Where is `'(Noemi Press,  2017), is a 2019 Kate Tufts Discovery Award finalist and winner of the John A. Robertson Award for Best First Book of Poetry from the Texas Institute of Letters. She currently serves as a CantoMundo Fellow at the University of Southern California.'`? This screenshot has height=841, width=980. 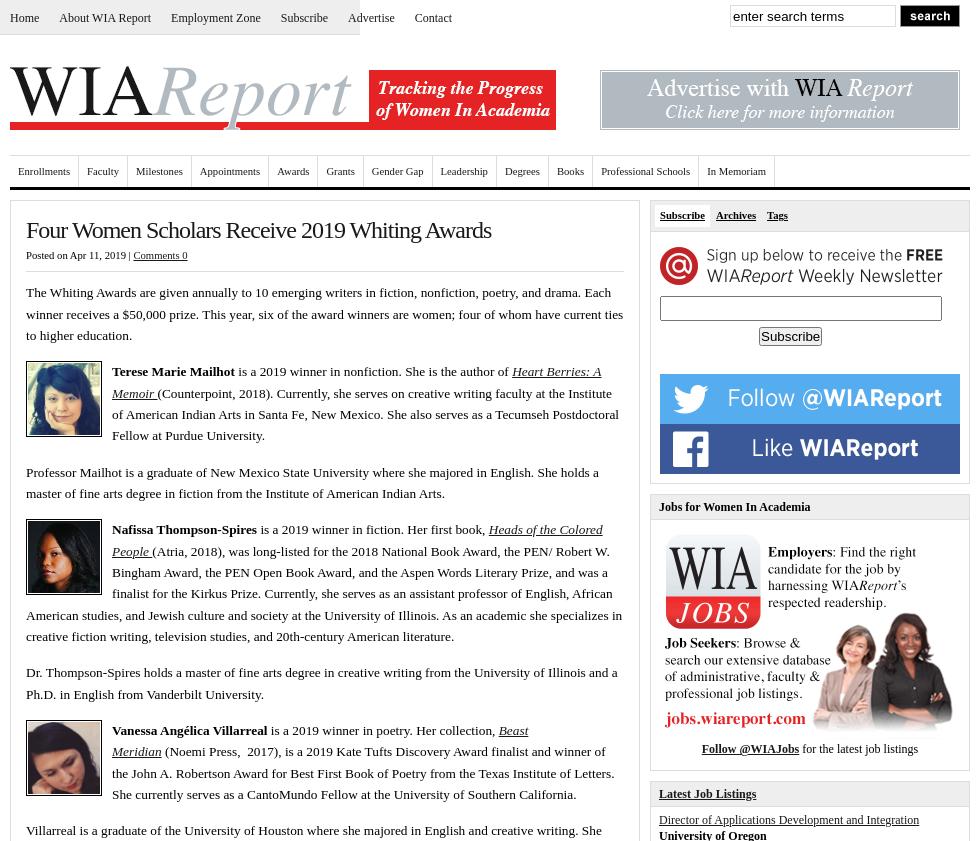
'(Noemi Press,  2017), is a 2019 Kate Tufts Discovery Award finalist and winner of the John A. Robertson Award for Best First Book of Poetry from the Texas Institute of Letters. She currently serves as a CantoMundo Fellow at the University of Southern California.' is located at coordinates (362, 772).